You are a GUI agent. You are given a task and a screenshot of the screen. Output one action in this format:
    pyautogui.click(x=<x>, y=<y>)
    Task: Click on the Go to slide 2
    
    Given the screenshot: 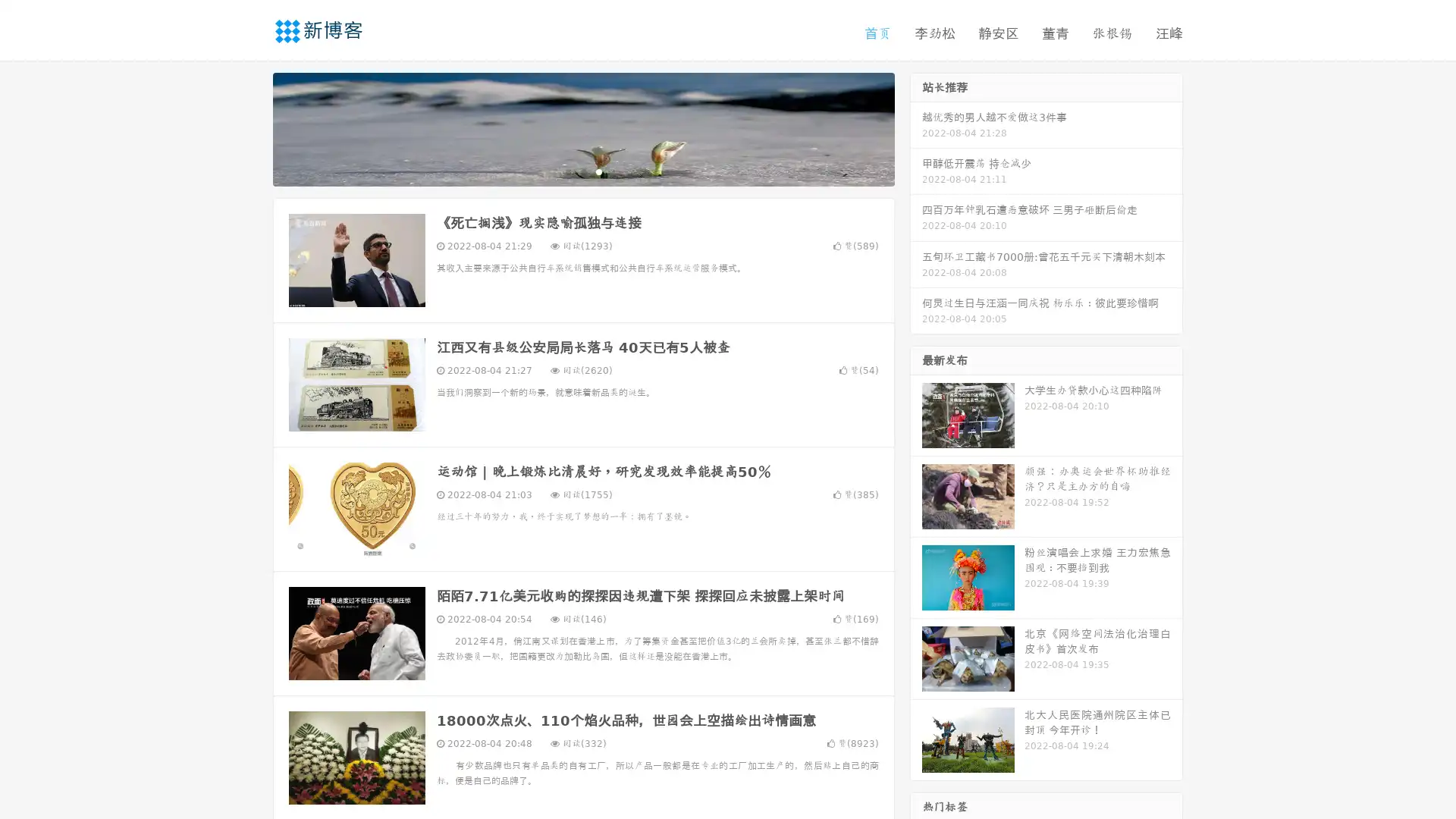 What is the action you would take?
    pyautogui.click(x=582, y=171)
    